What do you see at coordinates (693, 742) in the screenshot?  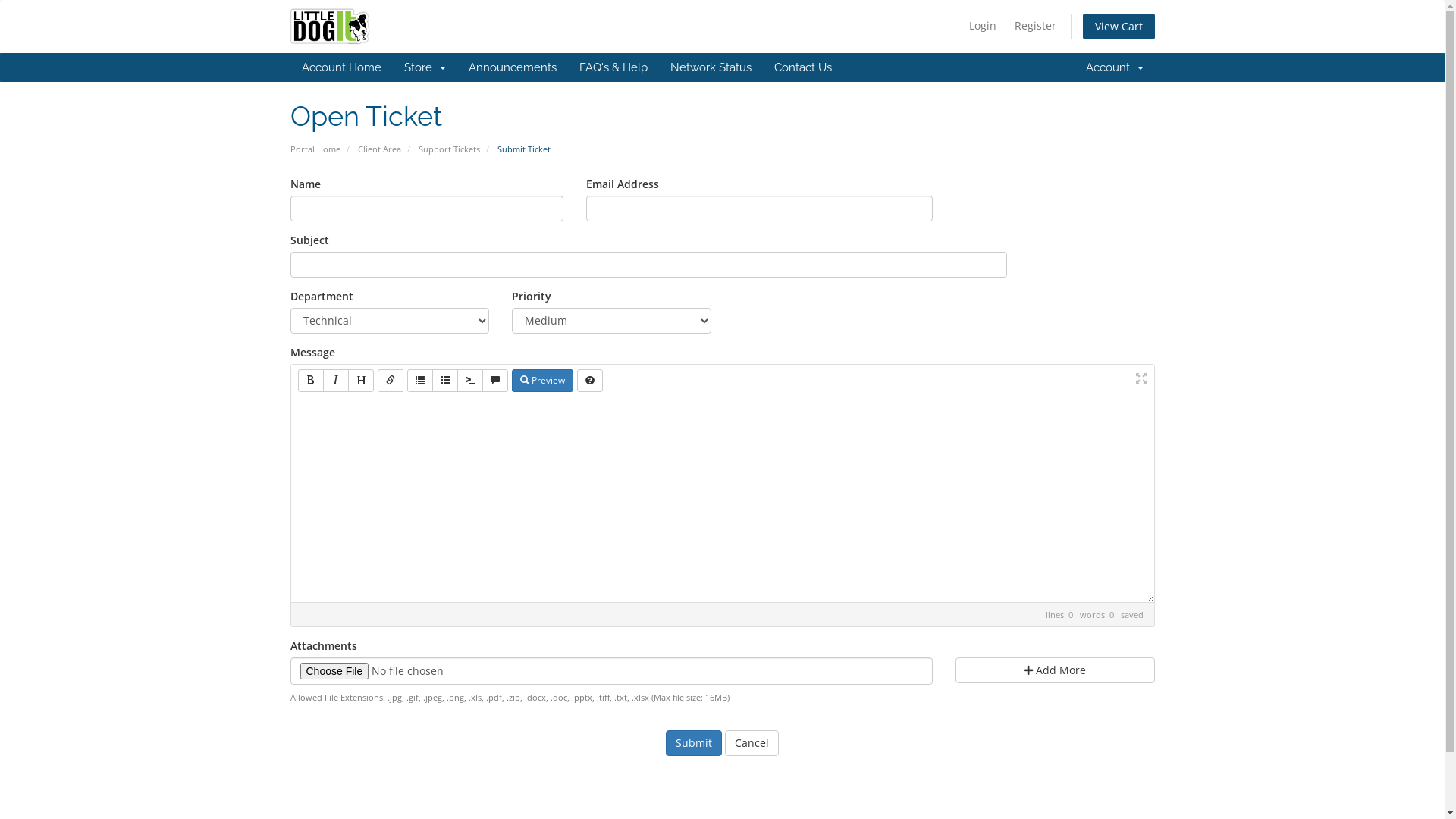 I see `'Submit'` at bounding box center [693, 742].